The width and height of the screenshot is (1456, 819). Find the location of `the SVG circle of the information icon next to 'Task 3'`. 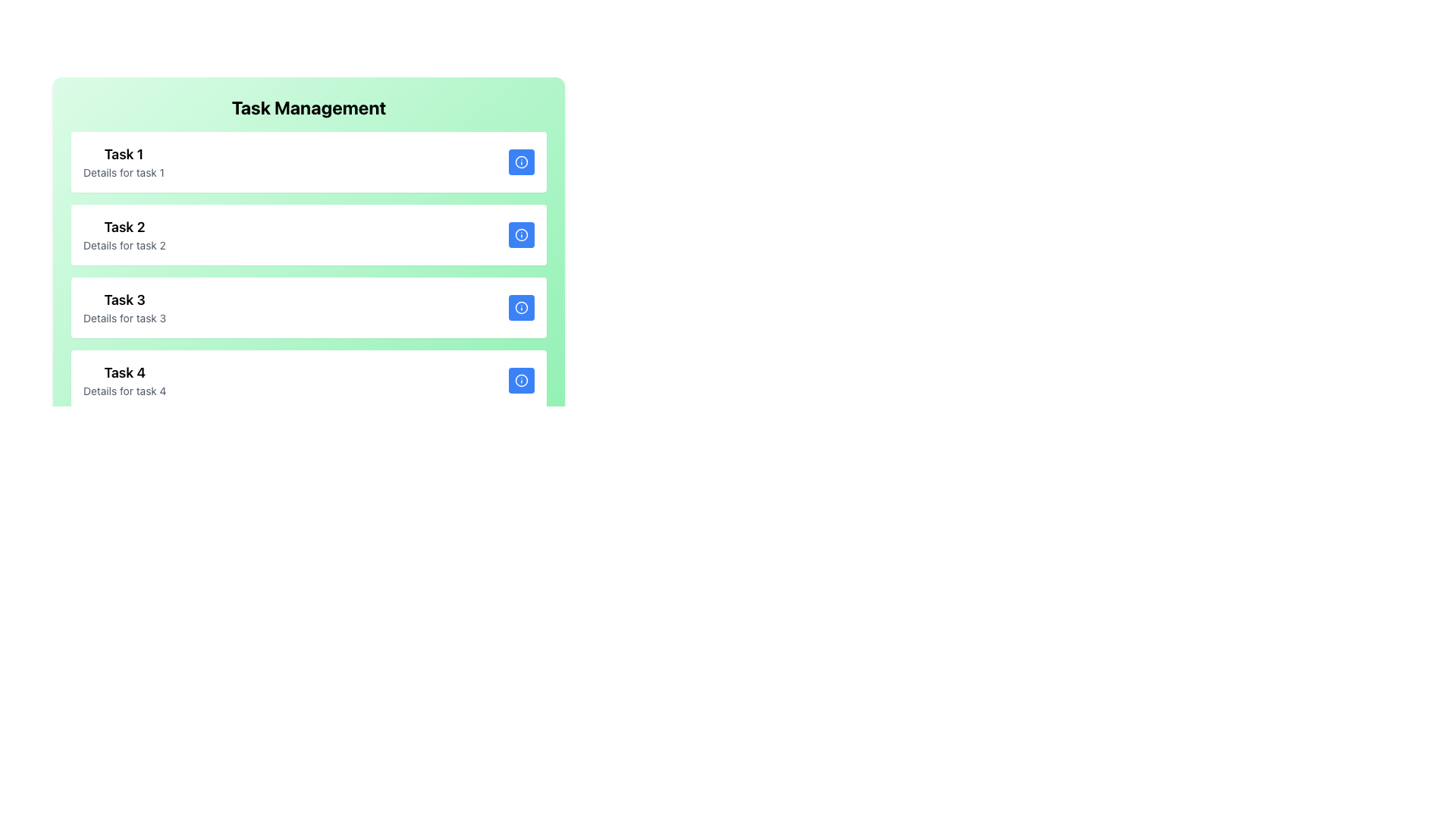

the SVG circle of the information icon next to 'Task 3' is located at coordinates (521, 307).